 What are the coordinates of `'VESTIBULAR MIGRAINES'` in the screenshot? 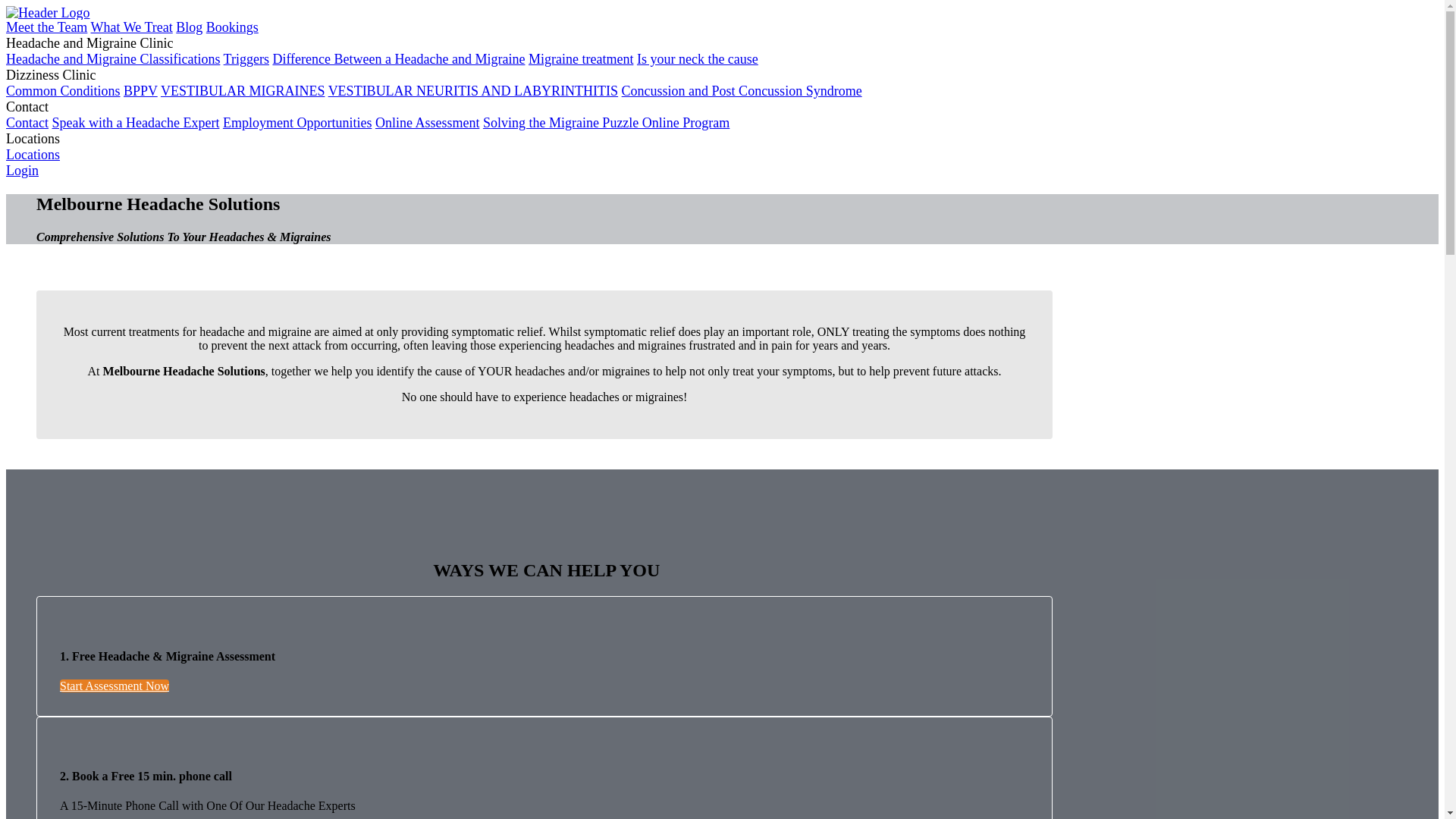 It's located at (243, 90).